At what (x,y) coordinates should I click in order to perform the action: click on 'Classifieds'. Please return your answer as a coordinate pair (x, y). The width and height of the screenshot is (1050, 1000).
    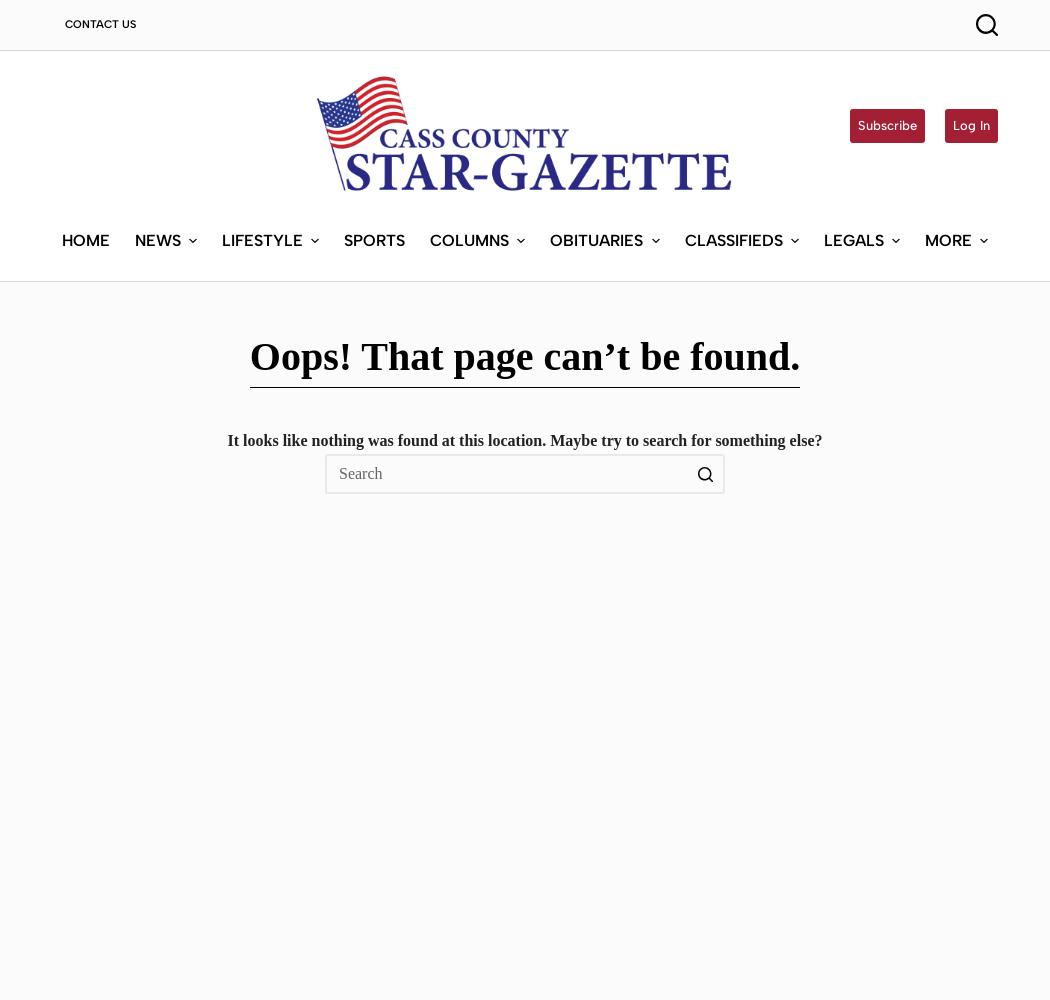
    Looking at the image, I should click on (732, 238).